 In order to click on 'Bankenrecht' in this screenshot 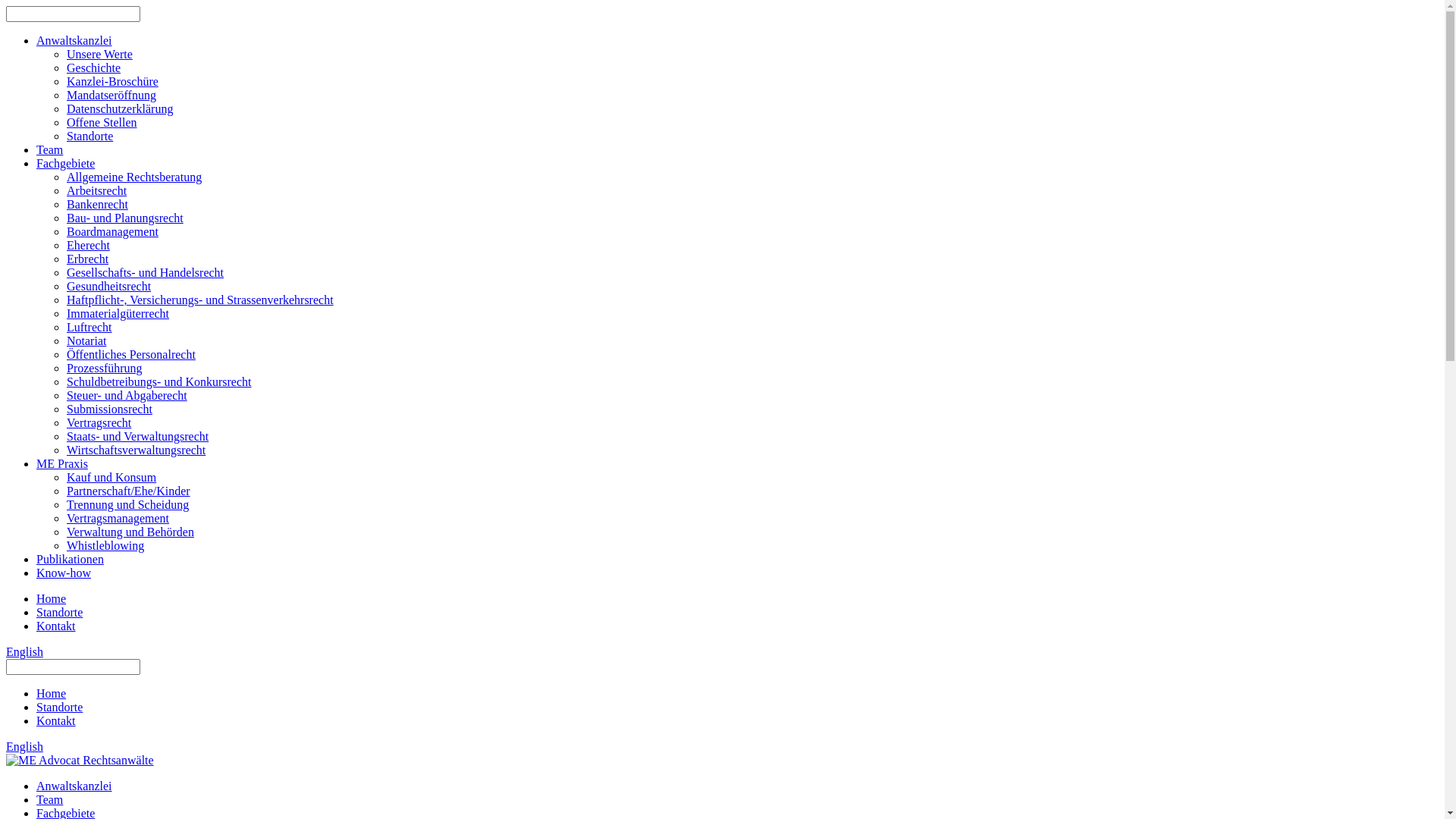, I will do `click(65, 203)`.